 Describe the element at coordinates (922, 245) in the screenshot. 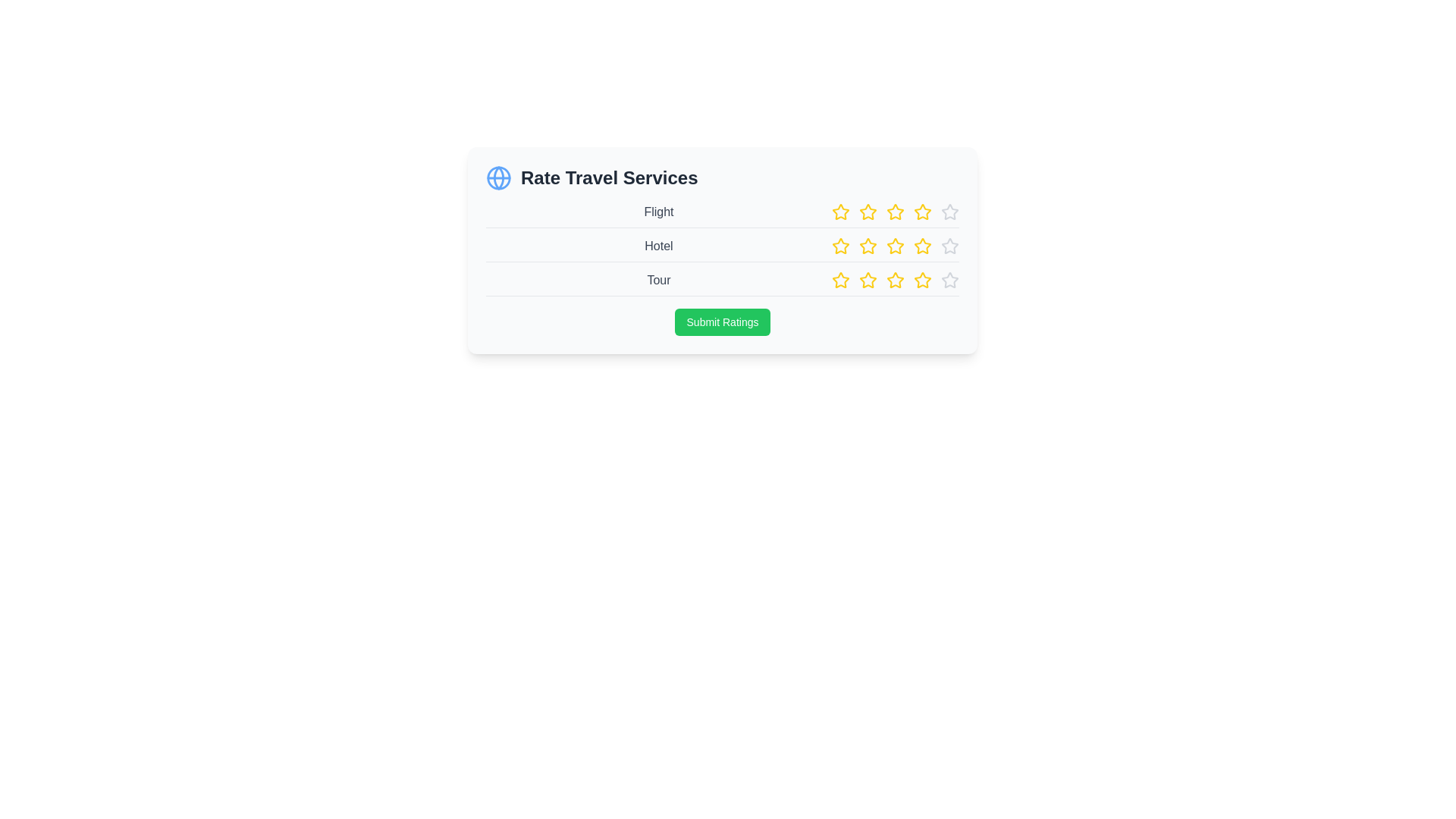

I see `the fifth Clickable Star Icon in the rating mechanism for the 'Hotel' row` at that location.